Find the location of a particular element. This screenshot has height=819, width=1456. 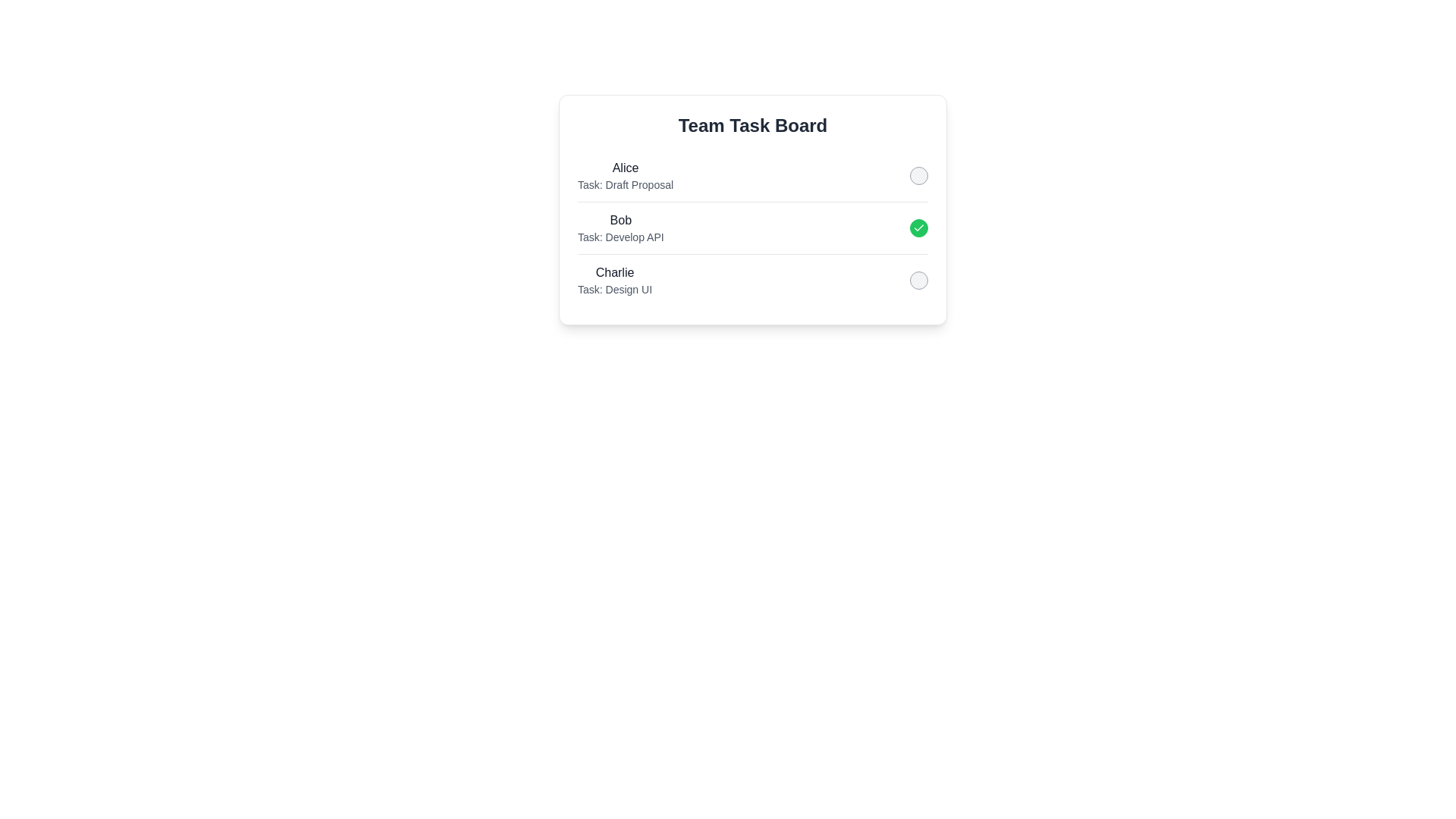

the status indicator for the task assigned to Alice is located at coordinates (918, 174).